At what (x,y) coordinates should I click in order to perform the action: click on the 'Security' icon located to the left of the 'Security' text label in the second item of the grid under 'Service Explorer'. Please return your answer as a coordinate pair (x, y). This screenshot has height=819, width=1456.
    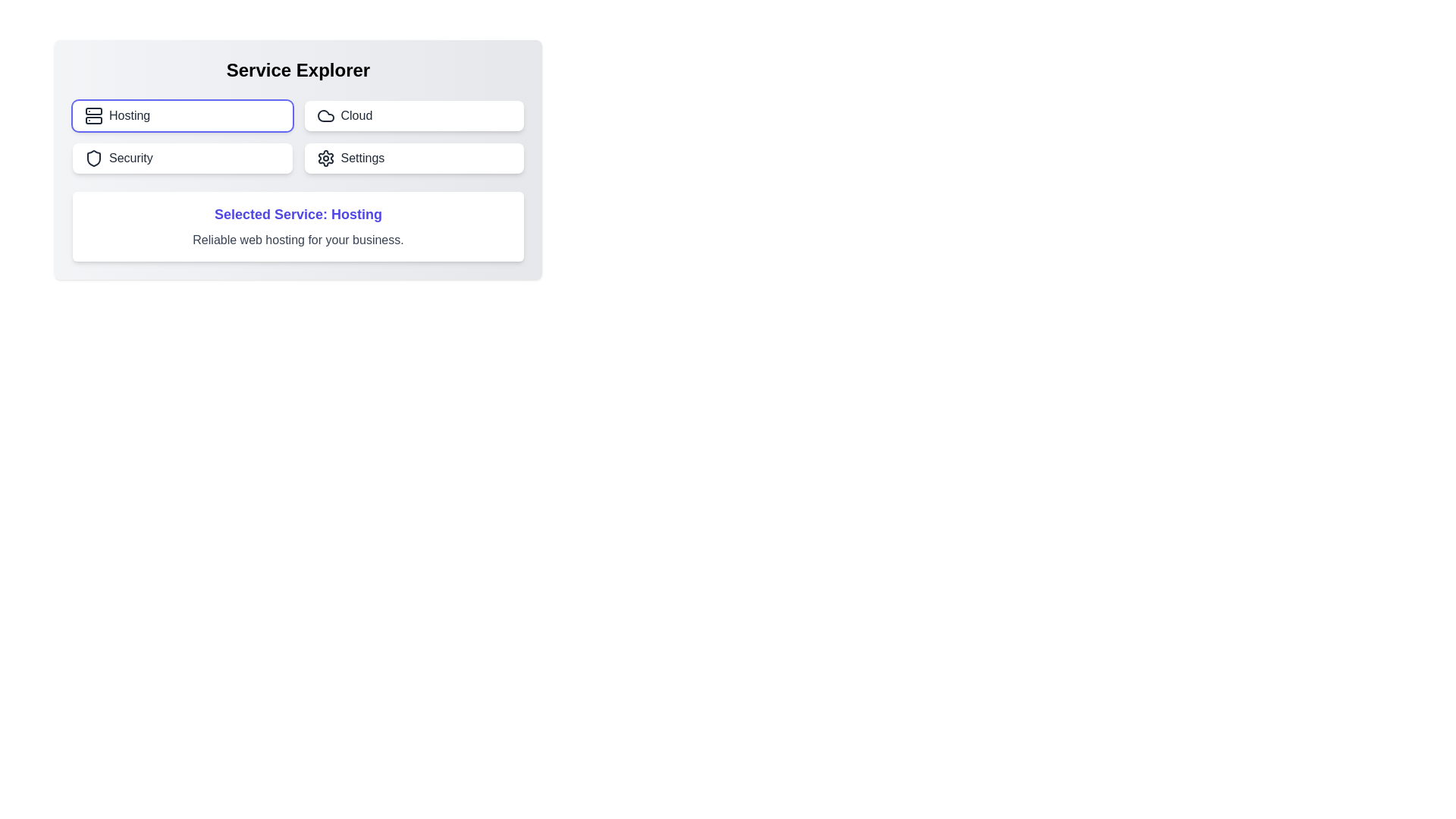
    Looking at the image, I should click on (93, 158).